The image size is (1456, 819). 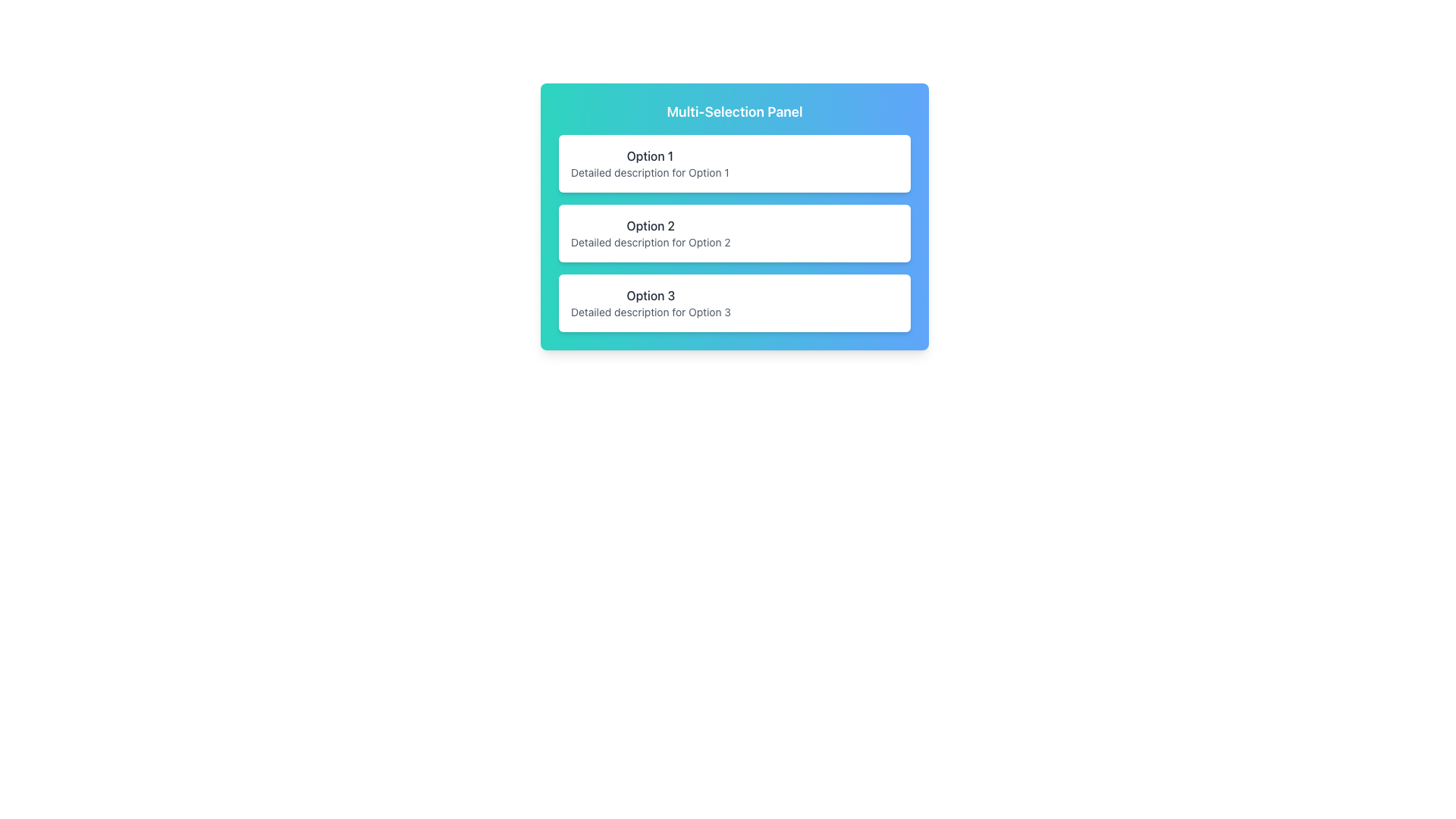 I want to click on the first Selectable Card option in the vertically stacked list, so click(x=735, y=164).